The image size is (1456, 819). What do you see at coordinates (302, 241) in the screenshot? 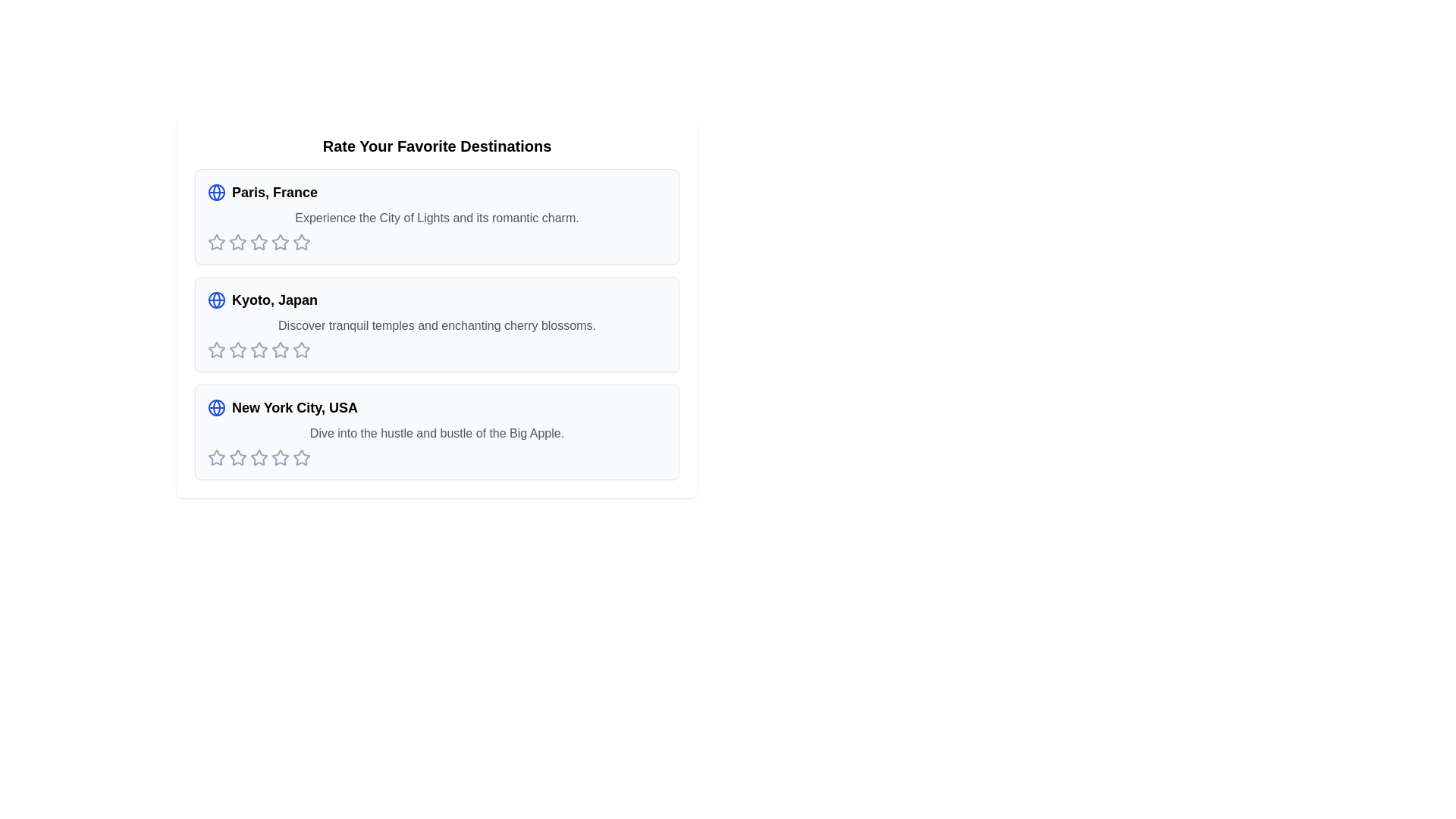
I see `the fourth gray outlined star icon` at bounding box center [302, 241].